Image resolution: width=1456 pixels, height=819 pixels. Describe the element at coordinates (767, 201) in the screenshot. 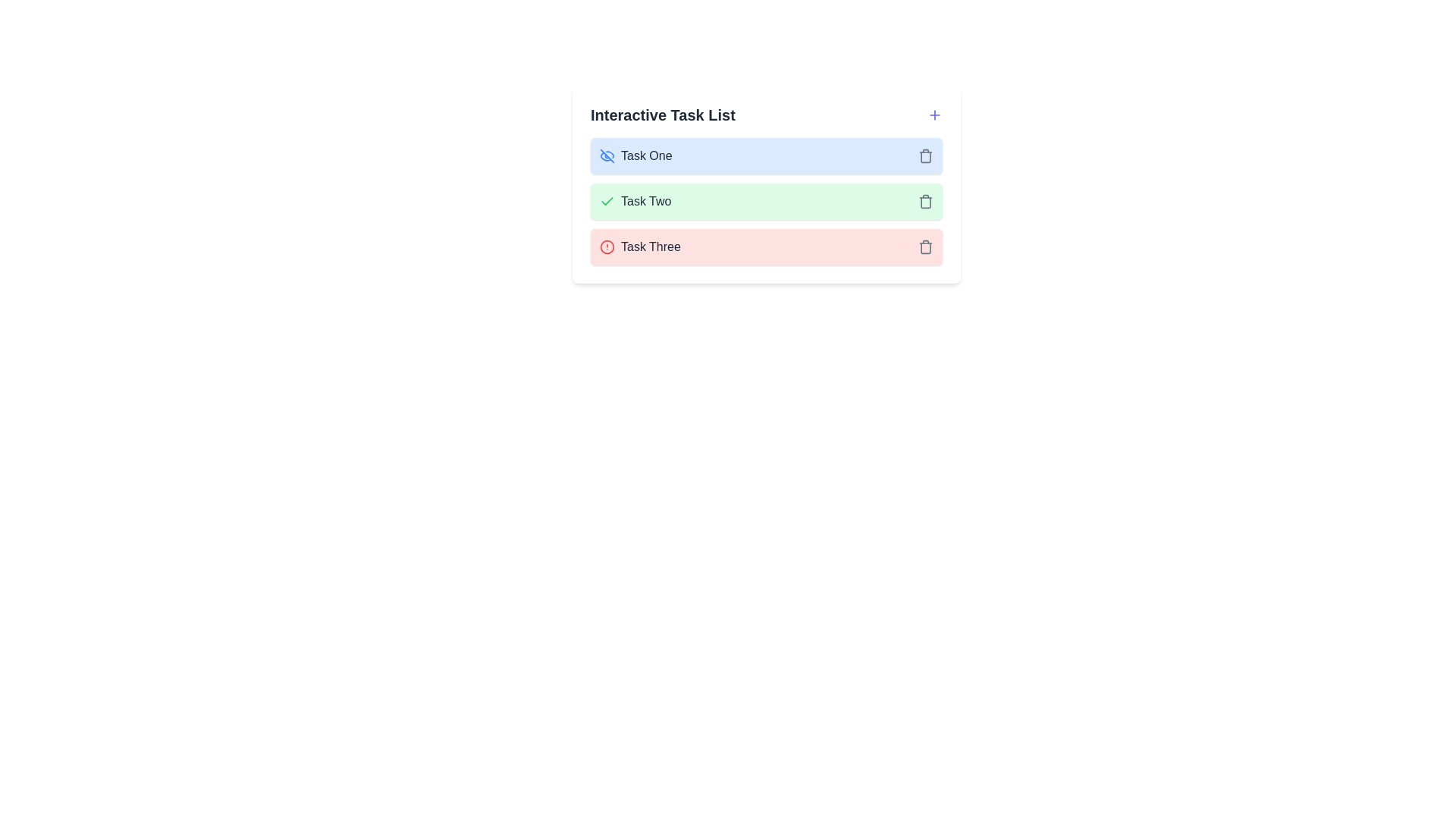

I see `to select the task labeled 'Task Two' in the vertical list of tasks` at that location.